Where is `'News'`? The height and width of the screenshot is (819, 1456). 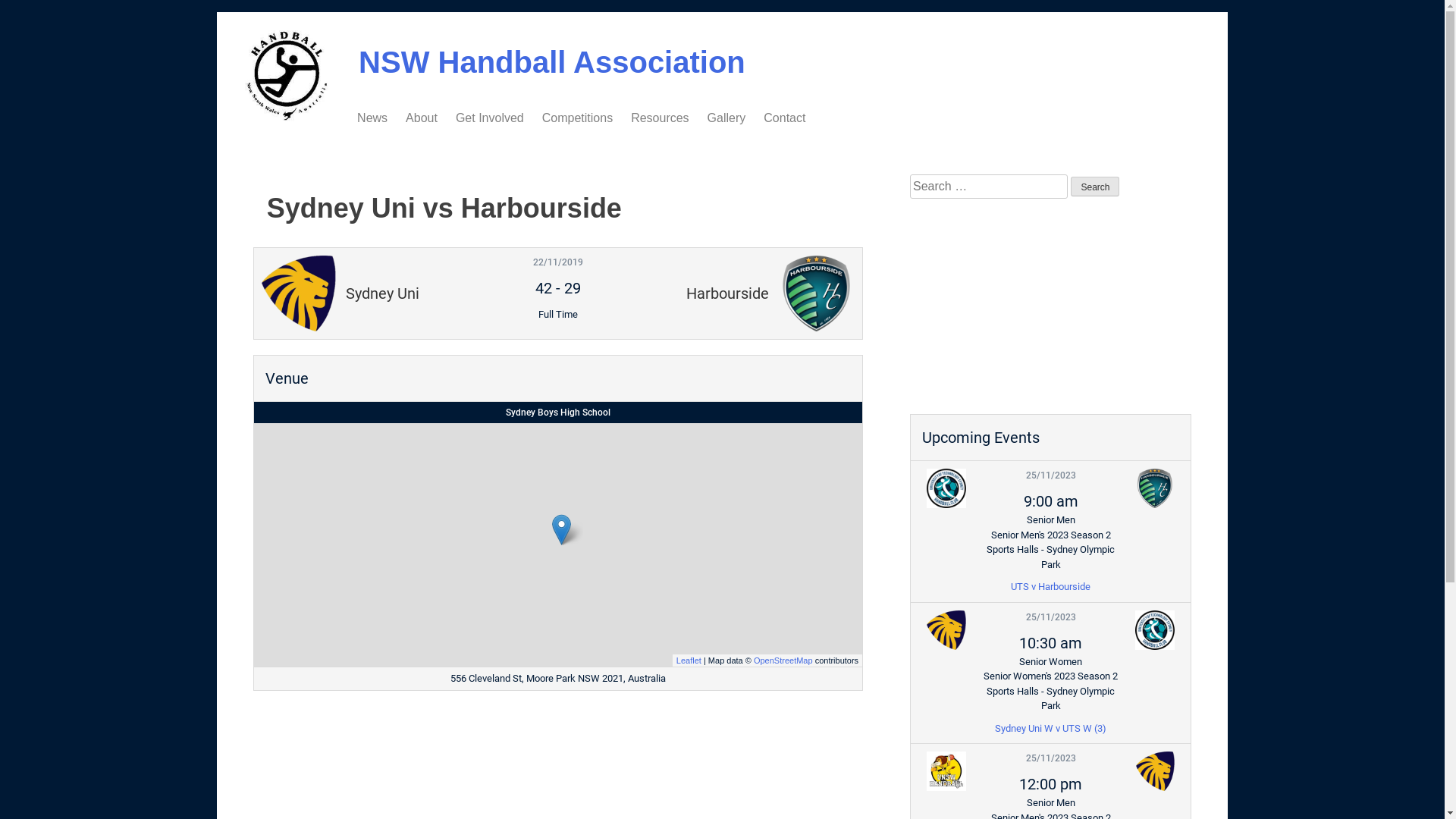 'News' is located at coordinates (372, 117).